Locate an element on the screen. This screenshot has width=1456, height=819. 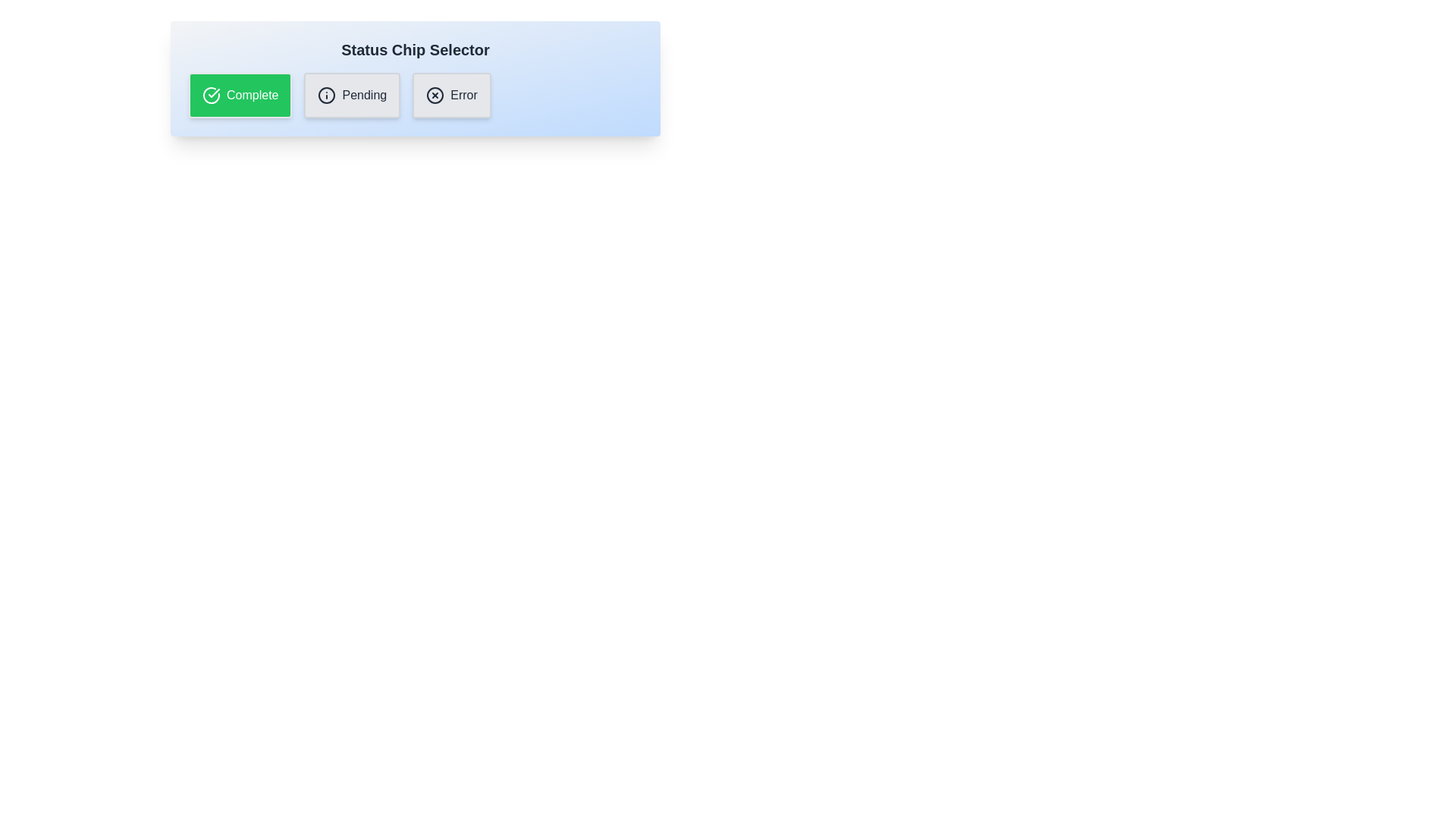
the status chip labeled Complete is located at coordinates (239, 96).